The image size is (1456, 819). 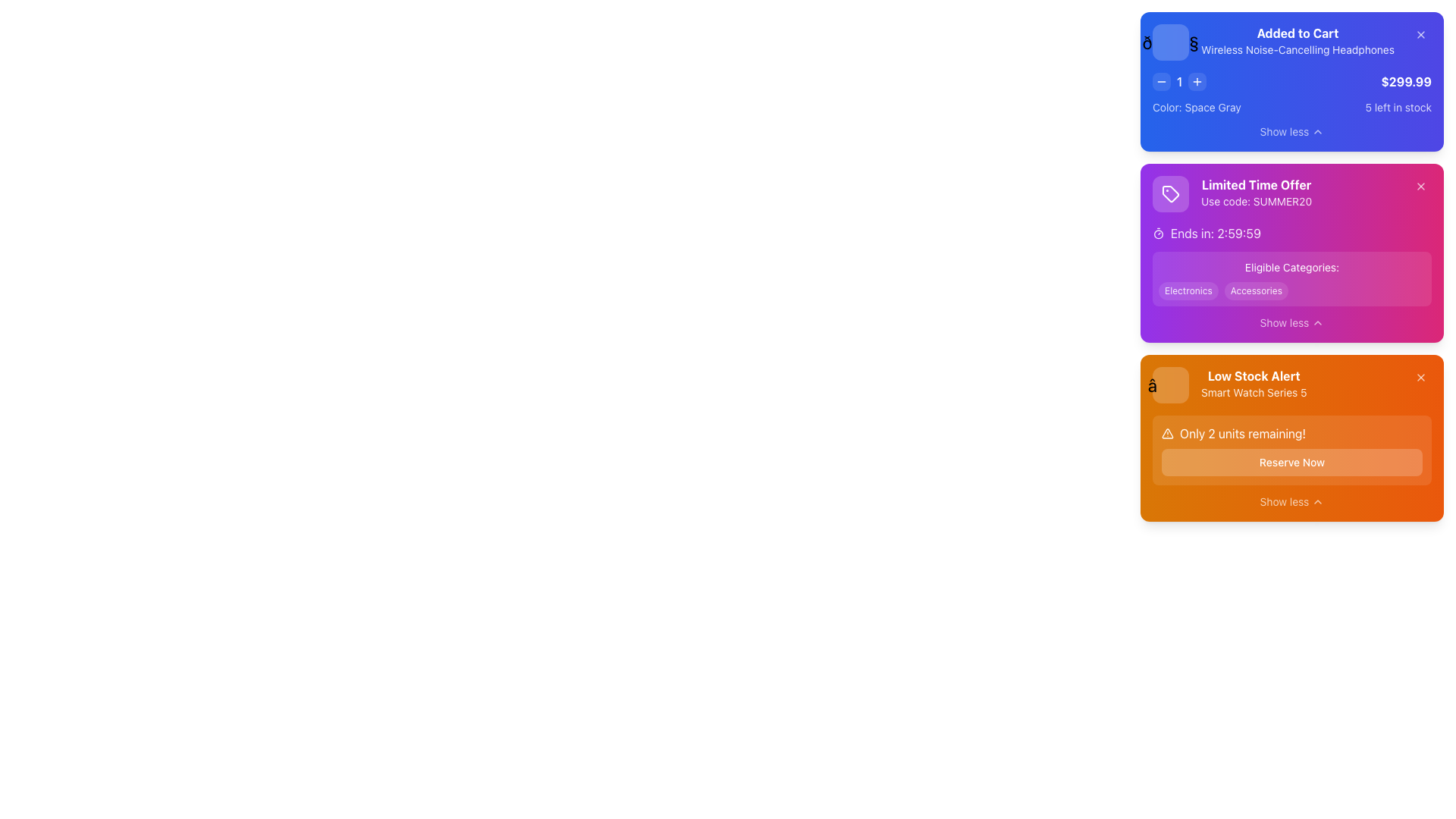 I want to click on the tag icon located in the top-left corner of the purple widget titled 'Limited Time Offer', so click(x=1170, y=193).